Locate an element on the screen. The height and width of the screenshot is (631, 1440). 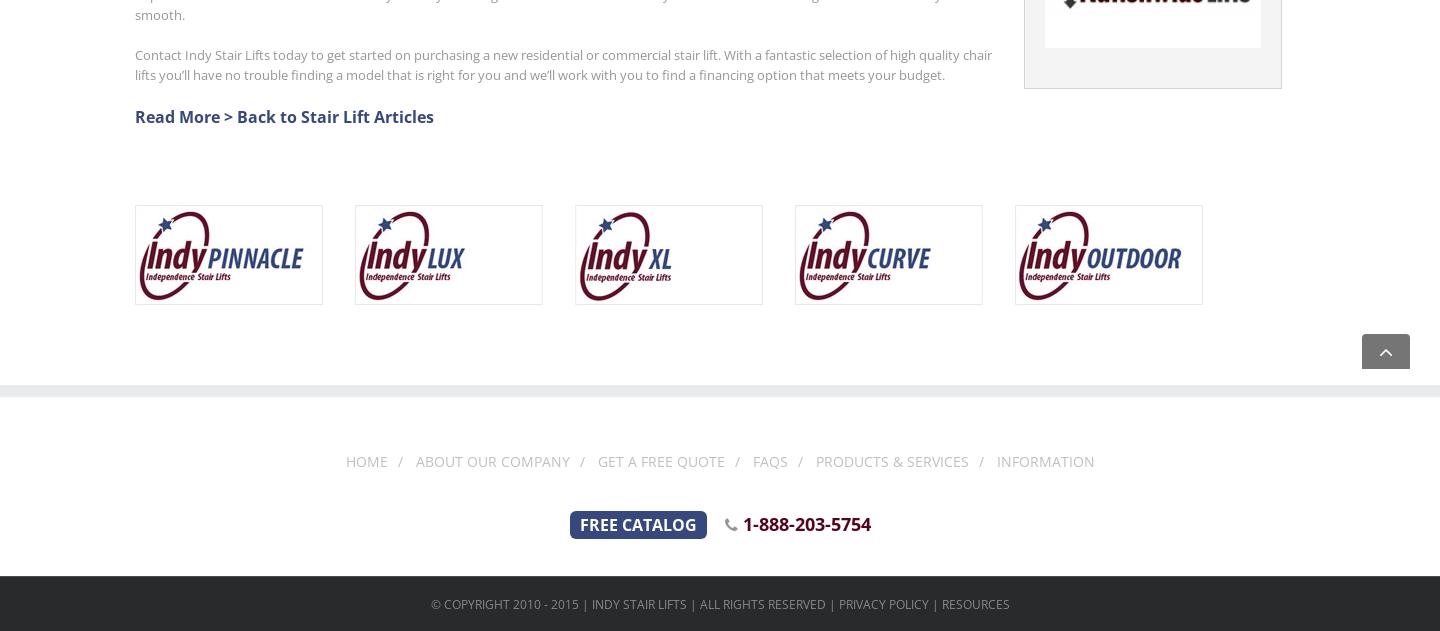
'Get a FREE Quote' is located at coordinates (659, 461).